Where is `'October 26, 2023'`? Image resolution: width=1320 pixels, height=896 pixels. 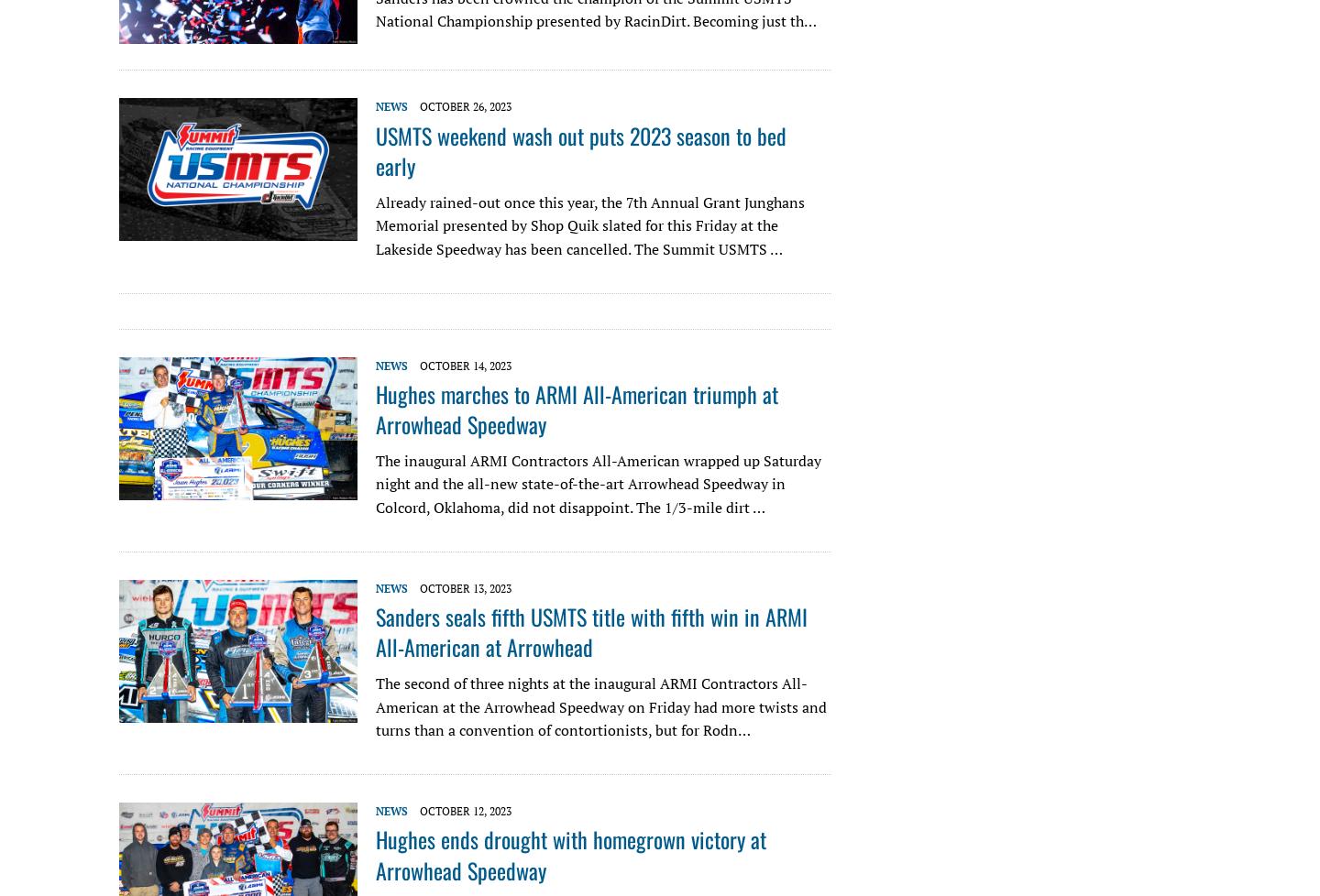
'October 26, 2023' is located at coordinates (465, 106).